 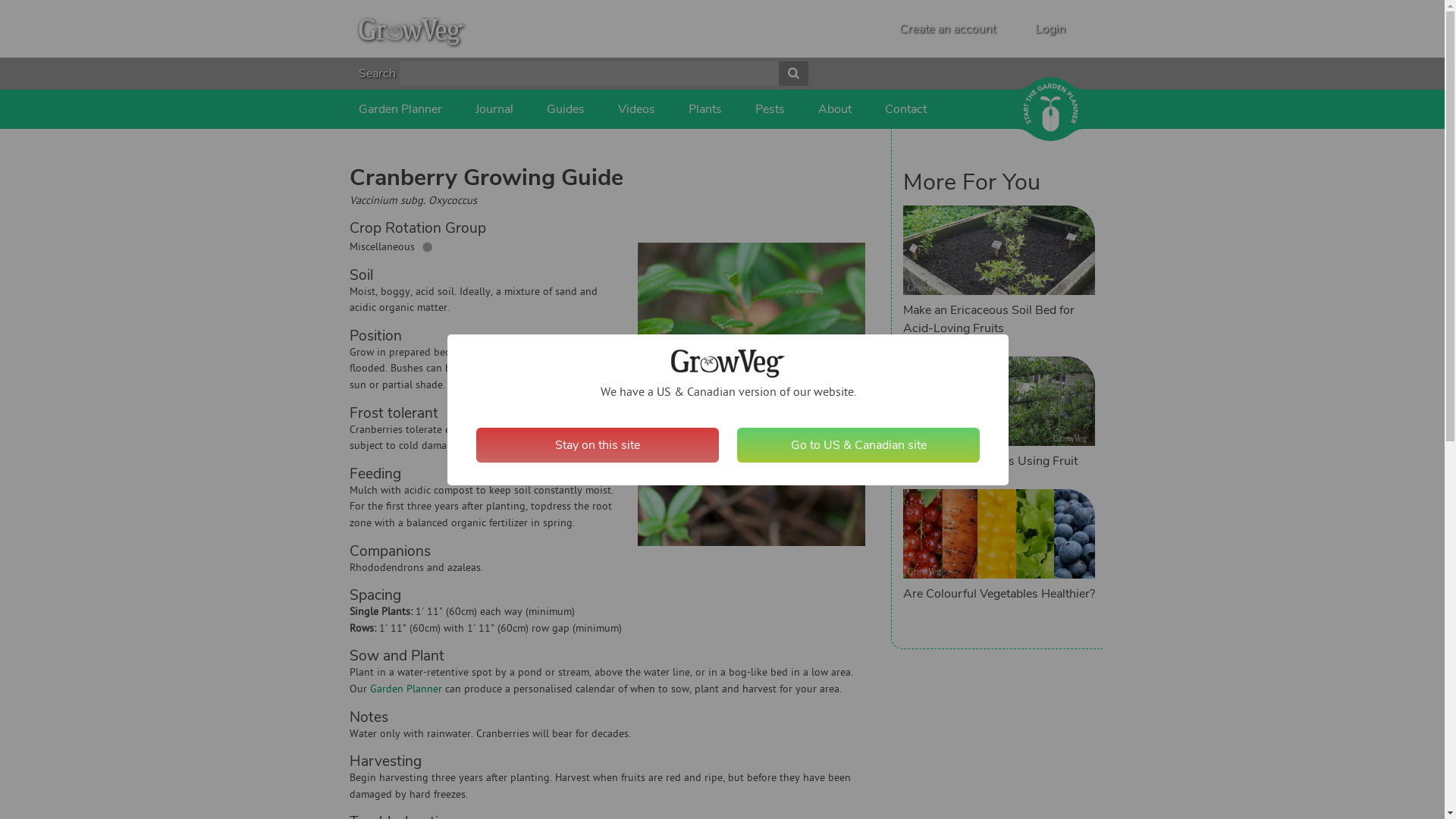 What do you see at coordinates (858, 444) in the screenshot?
I see `'Go to US & Canadian site'` at bounding box center [858, 444].